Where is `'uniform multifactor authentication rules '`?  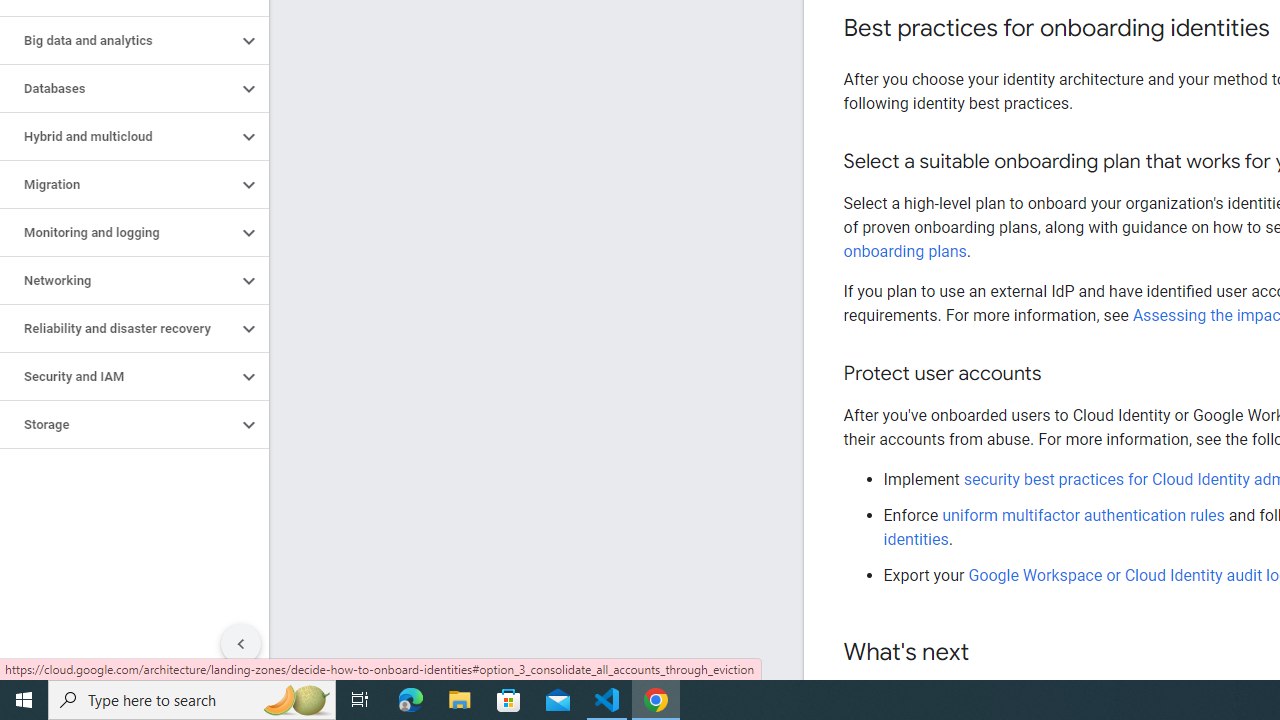 'uniform multifactor authentication rules ' is located at coordinates (1084, 514).